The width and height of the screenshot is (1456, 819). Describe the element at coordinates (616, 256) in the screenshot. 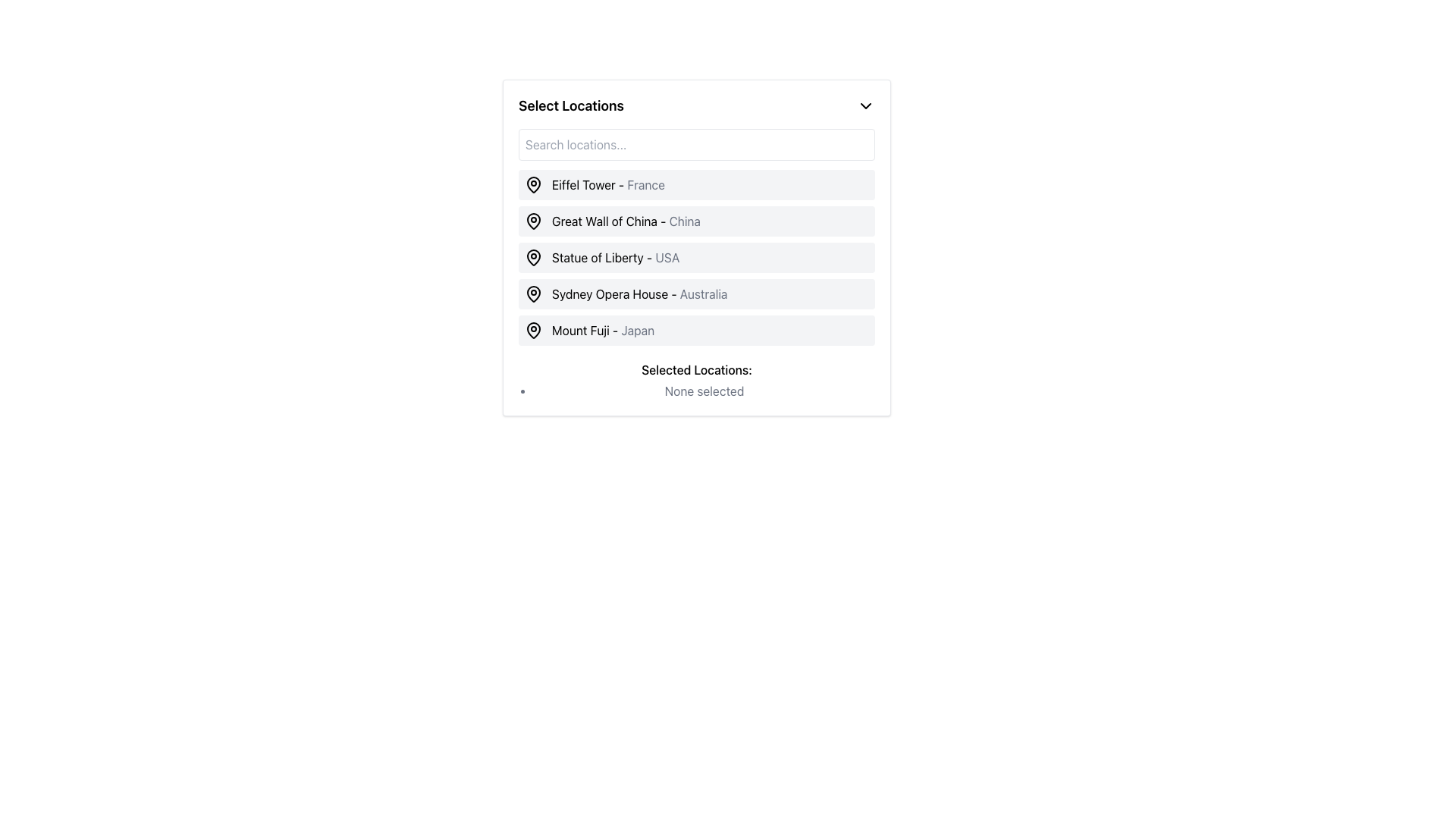

I see `text of the third item in the location selection list, which identifies 'Statue of Liberty - USA'` at that location.